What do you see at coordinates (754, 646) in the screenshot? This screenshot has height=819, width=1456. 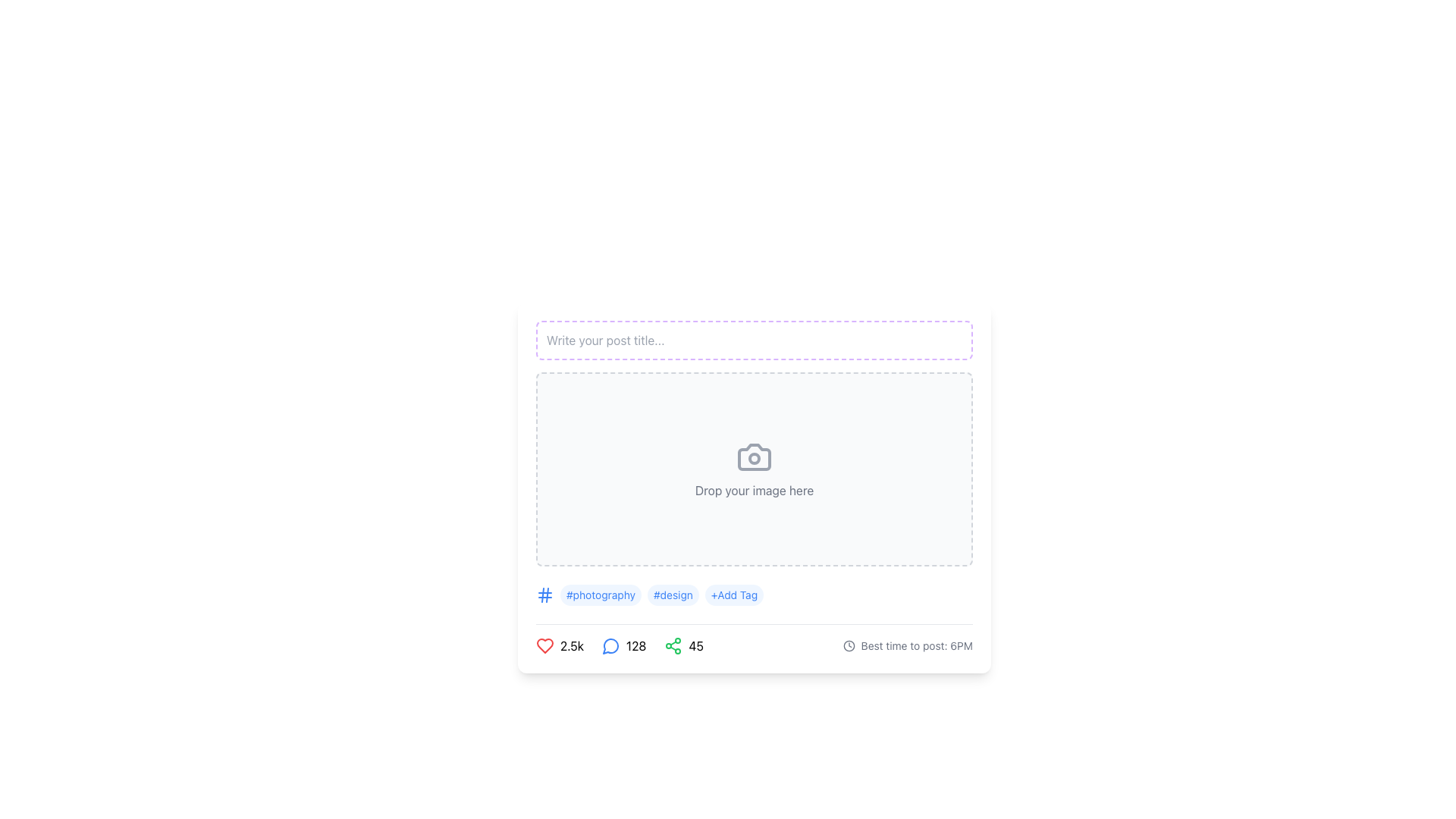 I see `suggested posting time from the Information display section located at the bottom of the main content, which shows engagement metrics and optimal posting time` at bounding box center [754, 646].